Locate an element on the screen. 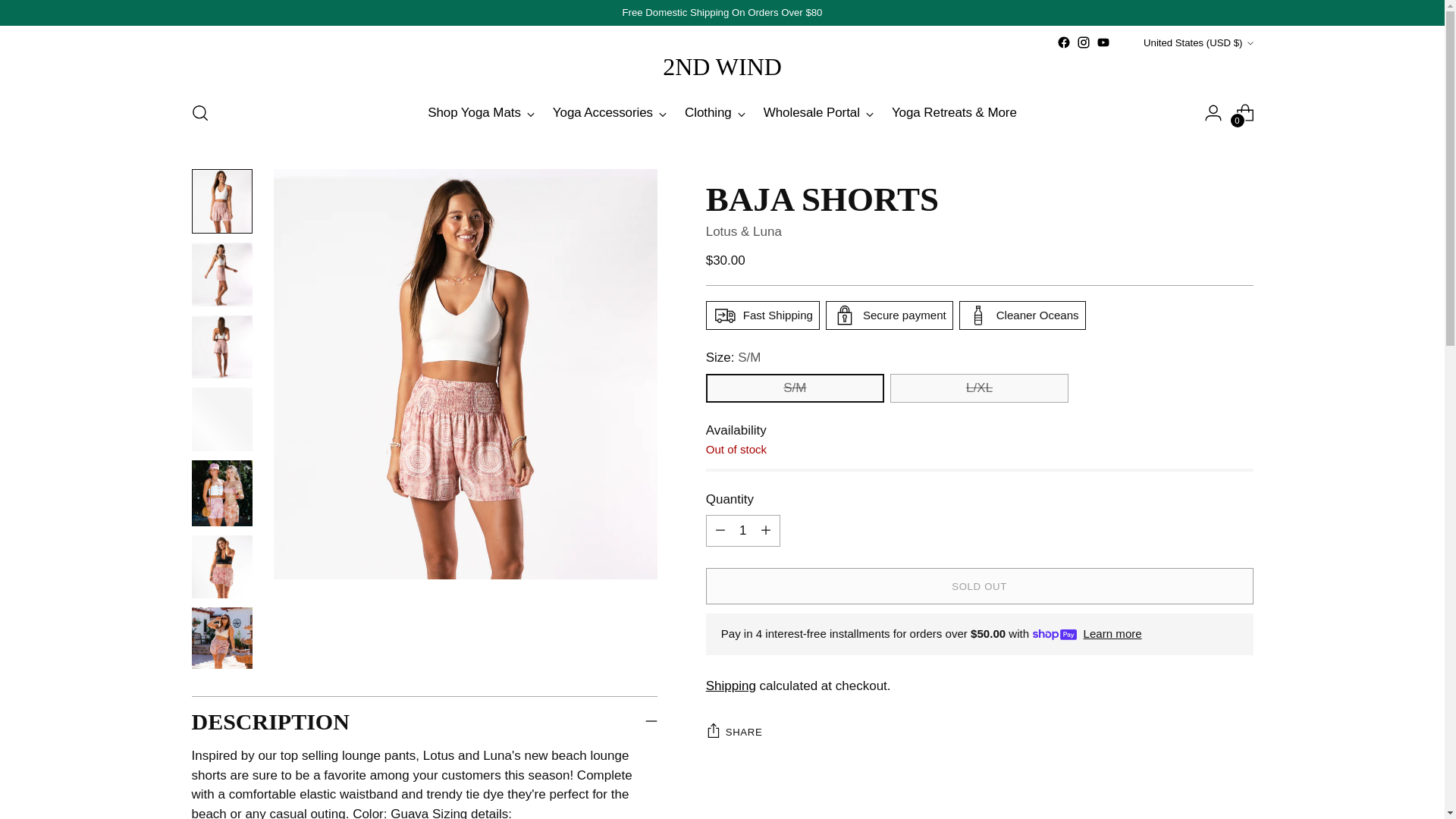 This screenshot has width=1456, height=819. 'Lotus & Luna' is located at coordinates (743, 231).